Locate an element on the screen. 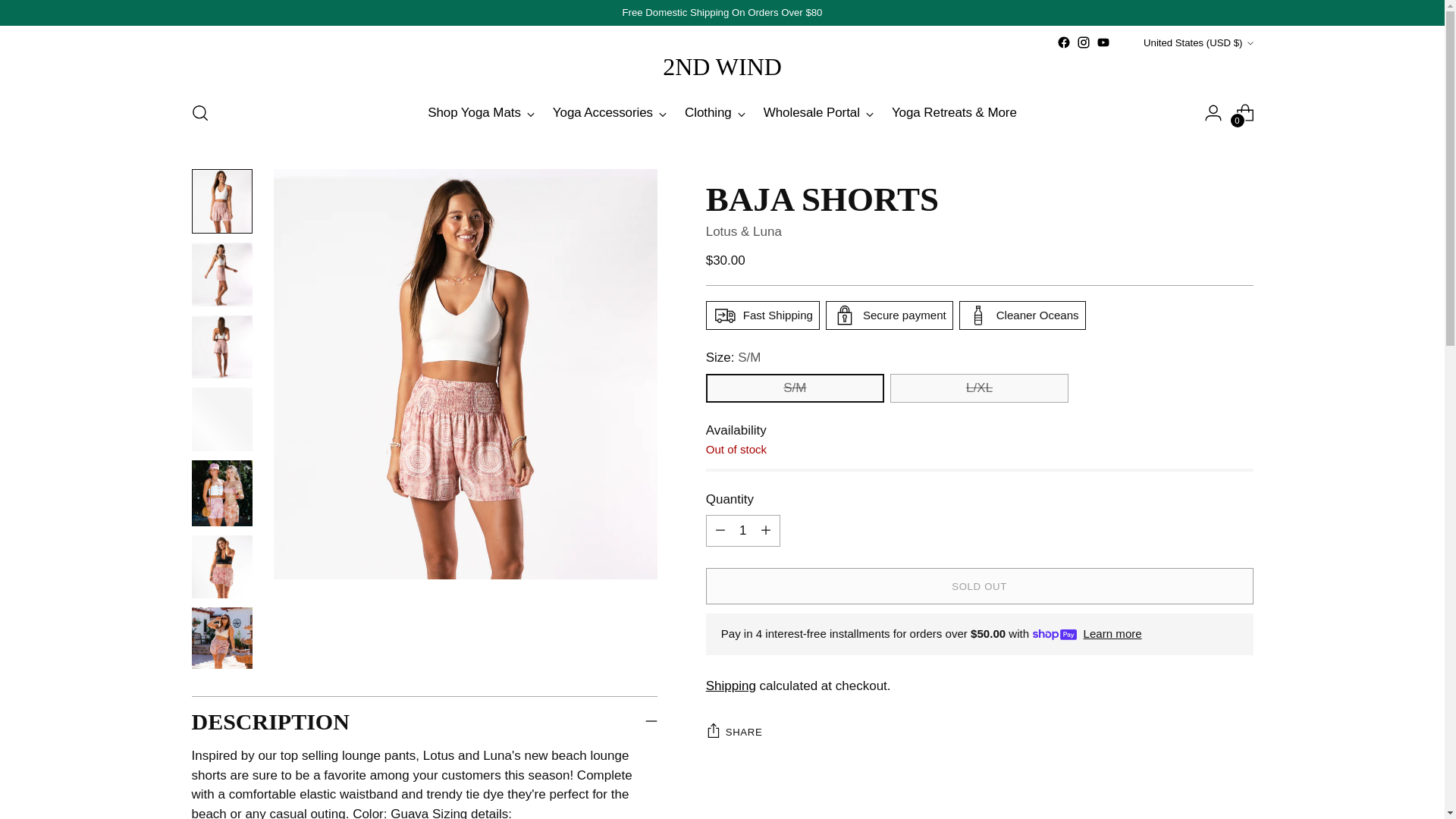 This screenshot has width=1456, height=819. 'Lotus & Luna' is located at coordinates (743, 231).